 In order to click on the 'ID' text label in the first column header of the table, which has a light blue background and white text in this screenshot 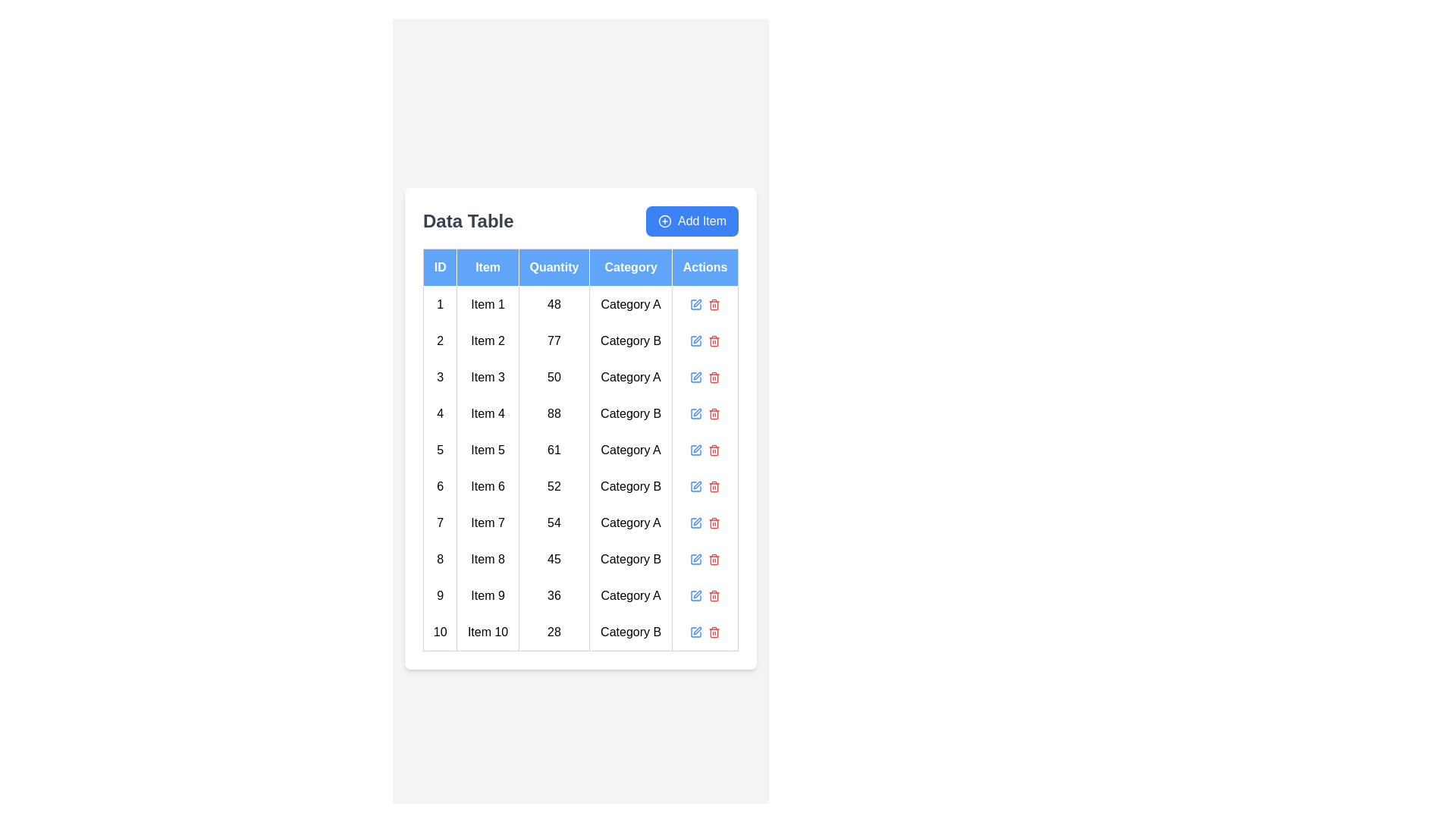, I will do `click(439, 266)`.